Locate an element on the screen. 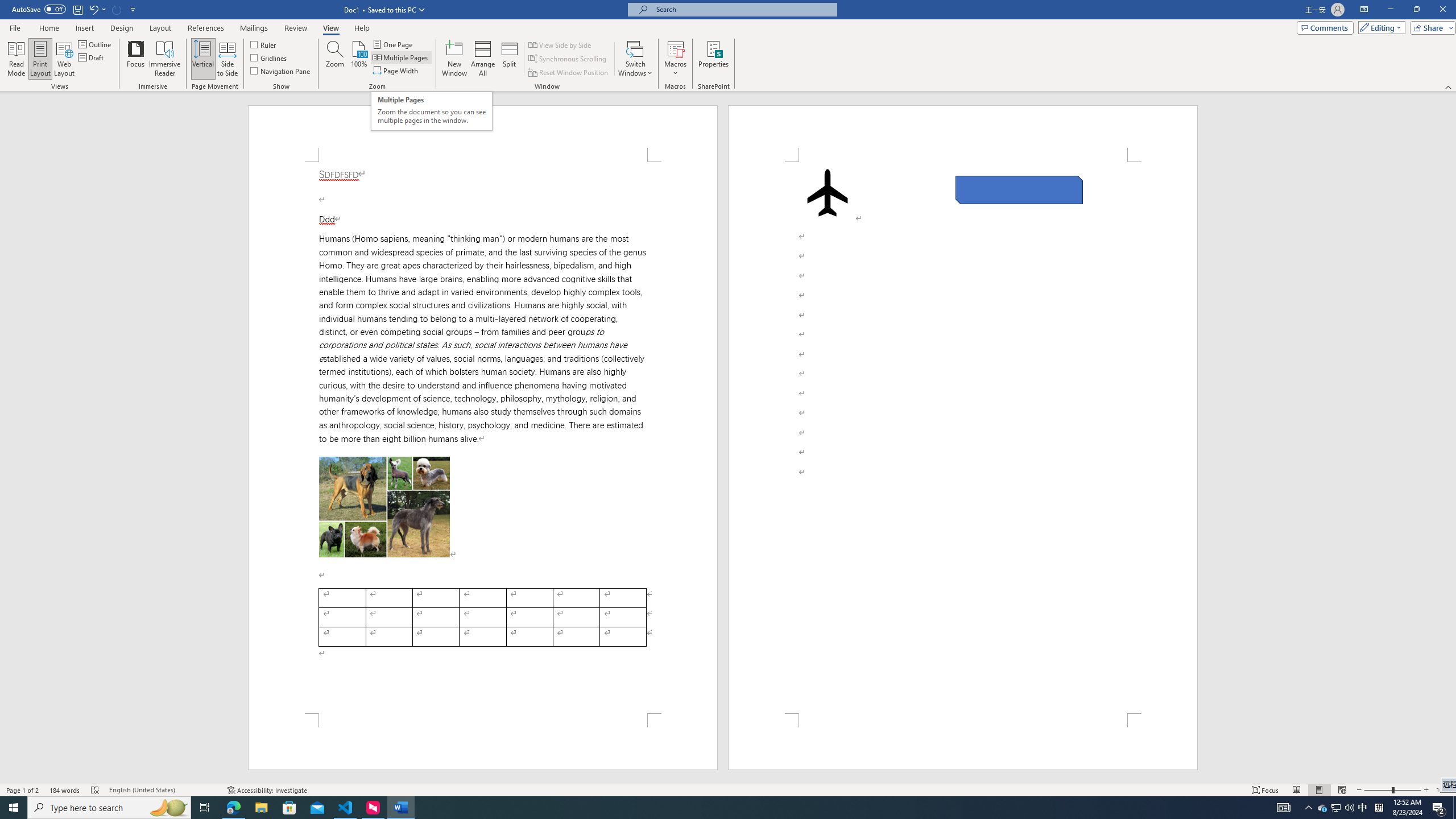  'Draft' is located at coordinates (91, 56).